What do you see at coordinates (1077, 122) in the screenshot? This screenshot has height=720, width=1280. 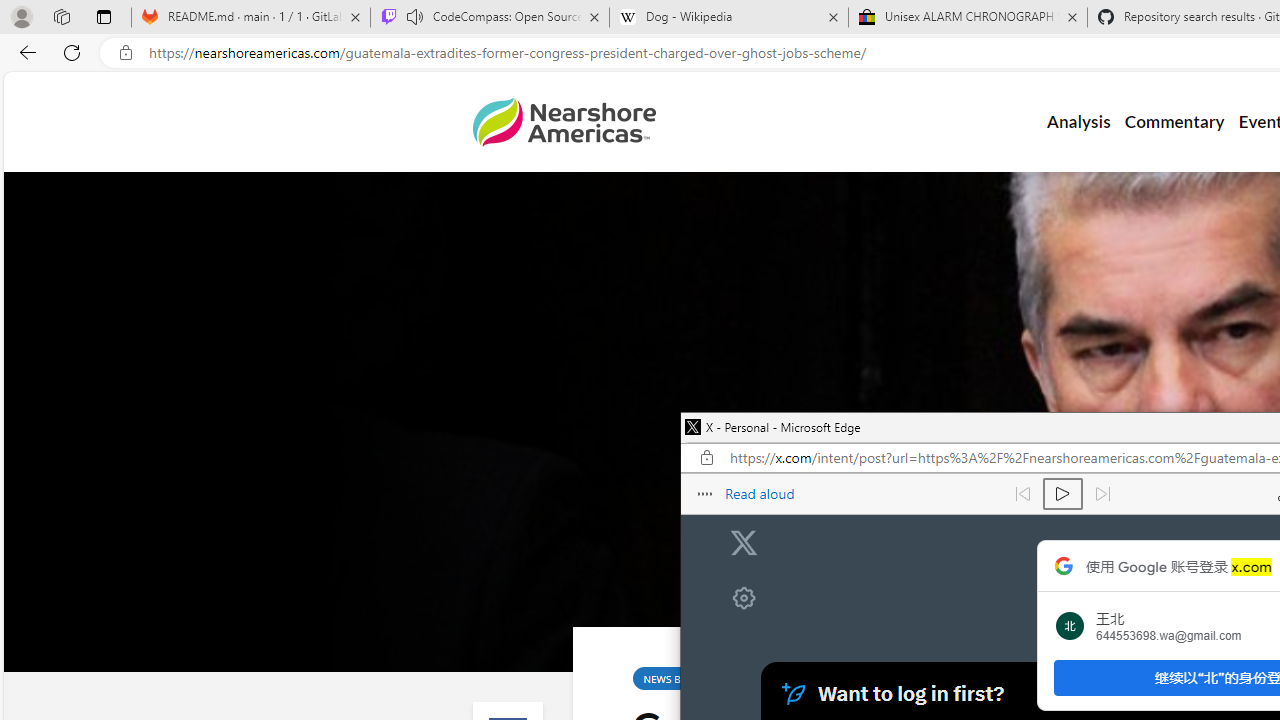 I see `'Analysis'` at bounding box center [1077, 122].